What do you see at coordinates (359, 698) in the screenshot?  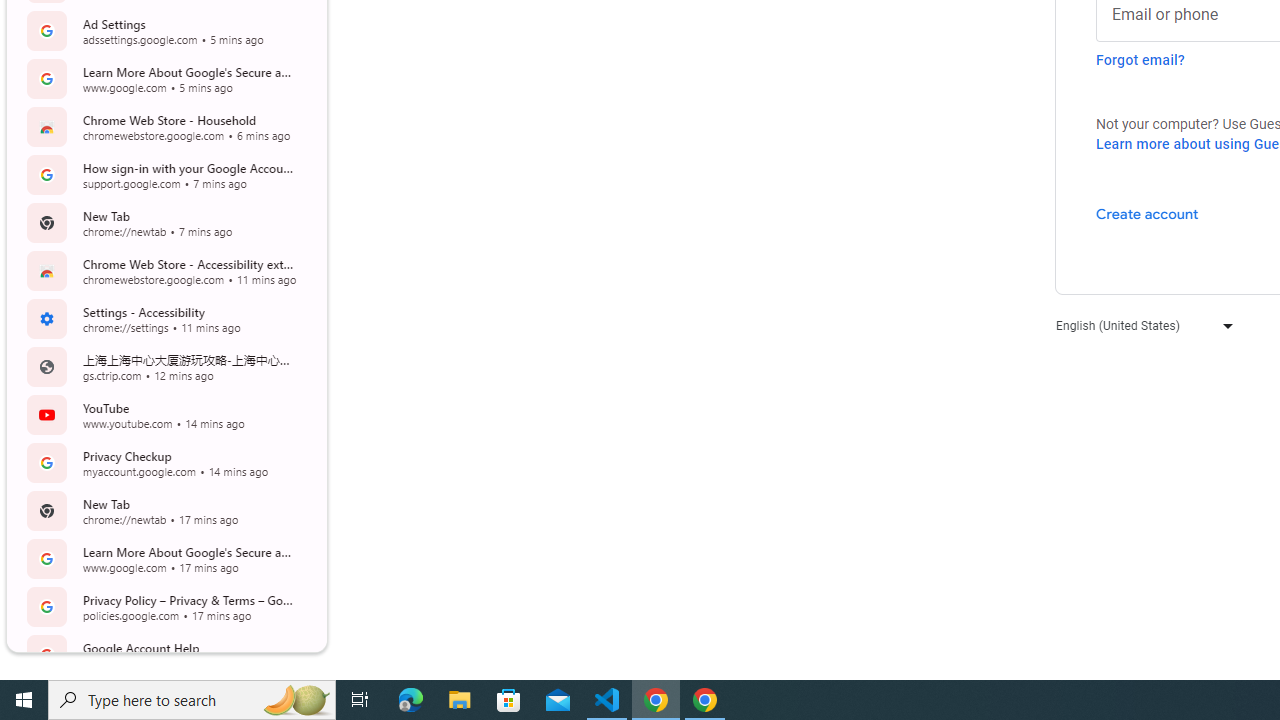 I see `'Task View'` at bounding box center [359, 698].